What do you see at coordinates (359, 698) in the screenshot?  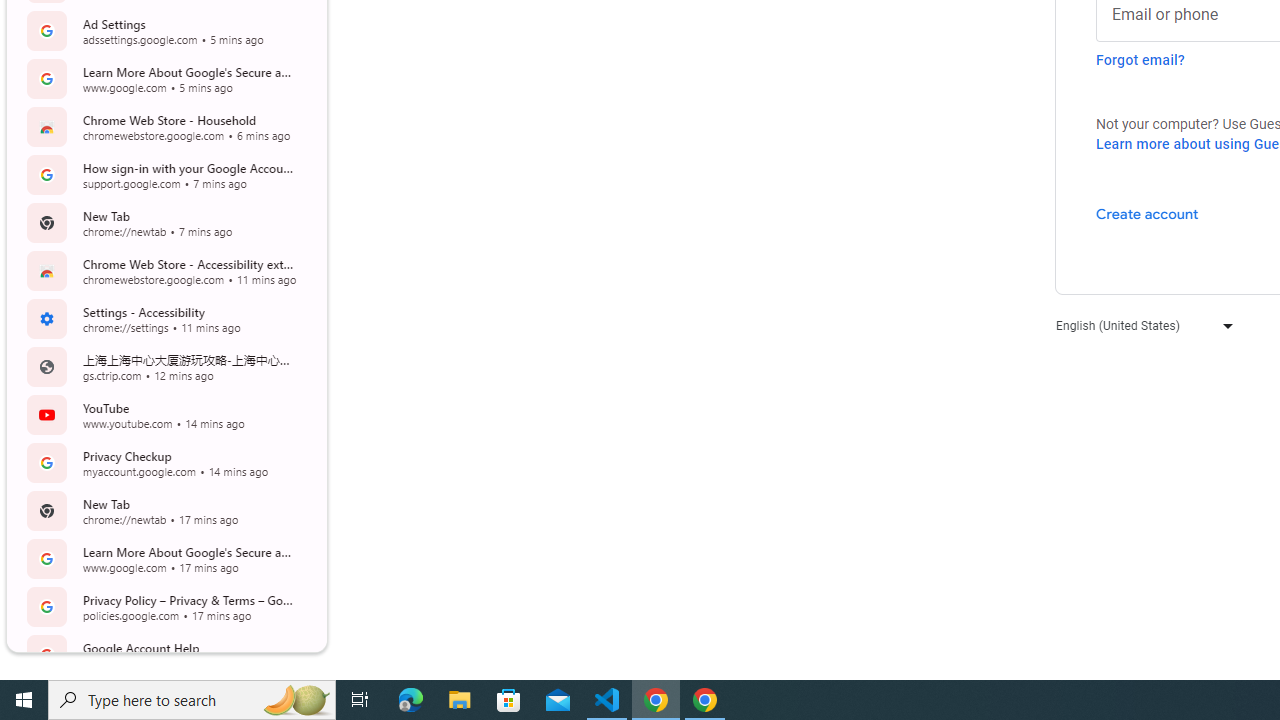 I see `'Task View'` at bounding box center [359, 698].